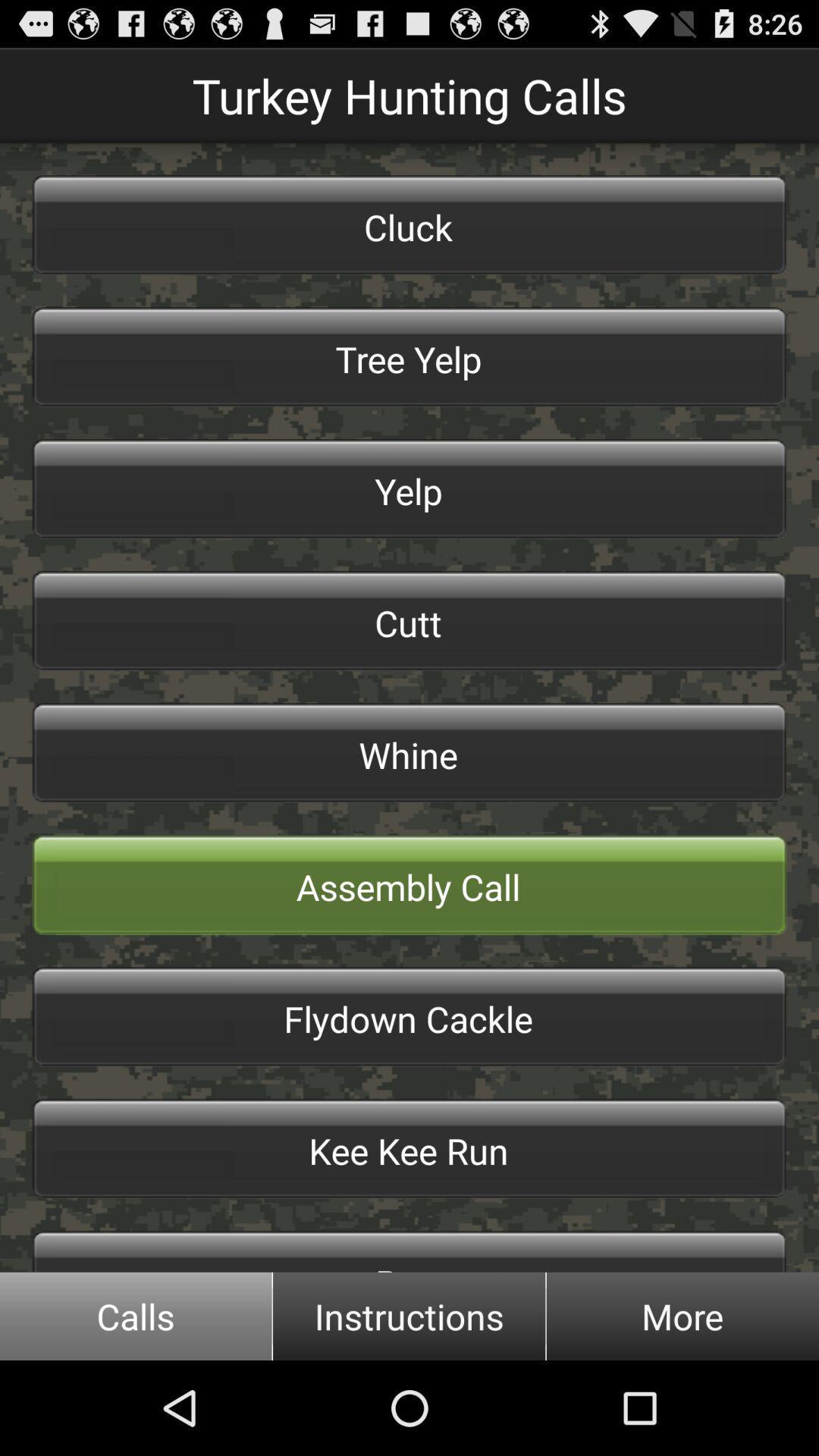 This screenshot has height=1456, width=819. What do you see at coordinates (409, 884) in the screenshot?
I see `assembly call item` at bounding box center [409, 884].